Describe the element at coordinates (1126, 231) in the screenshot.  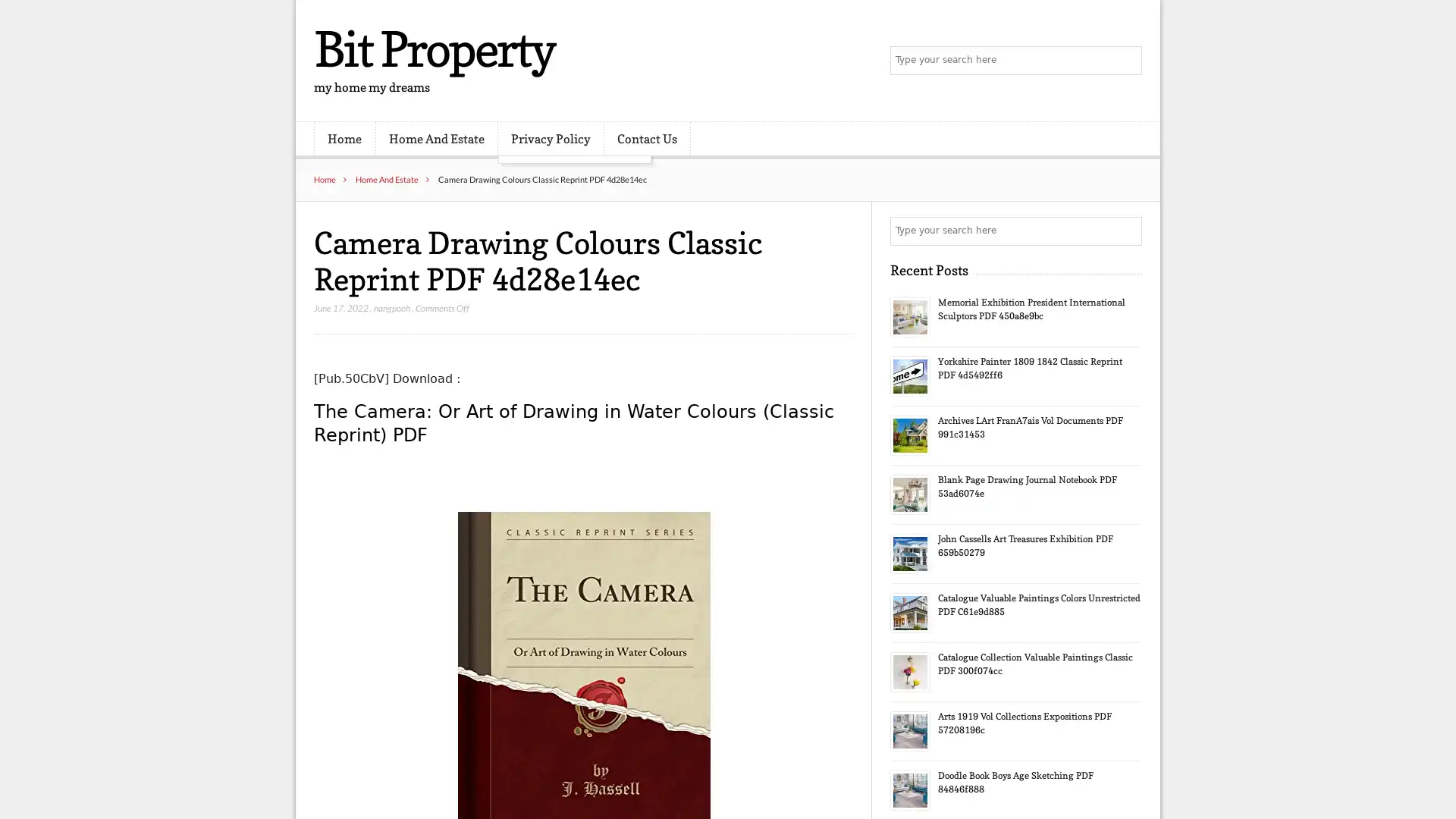
I see `Search` at that location.